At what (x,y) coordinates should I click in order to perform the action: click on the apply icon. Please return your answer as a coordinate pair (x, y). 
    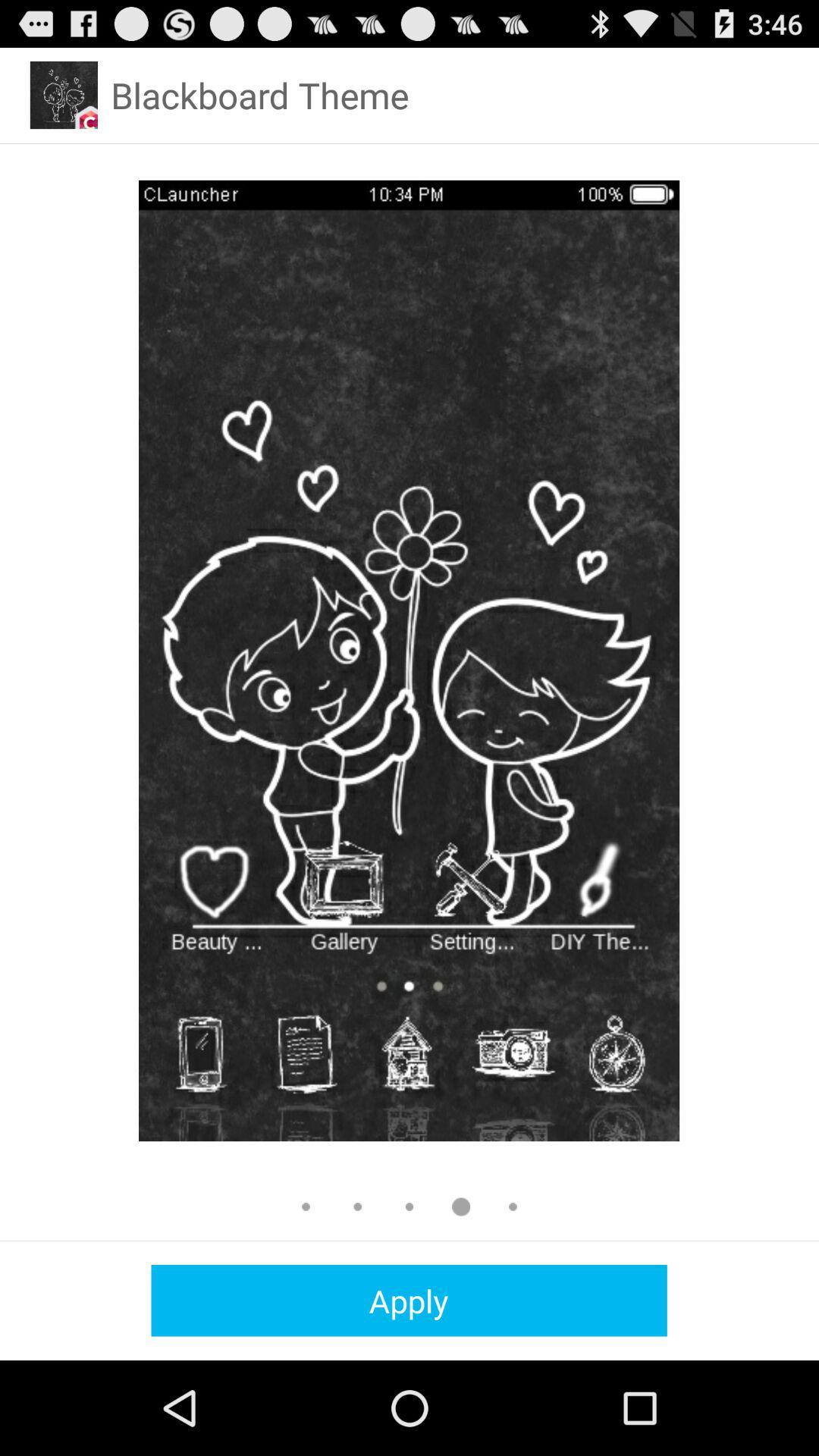
    Looking at the image, I should click on (408, 1300).